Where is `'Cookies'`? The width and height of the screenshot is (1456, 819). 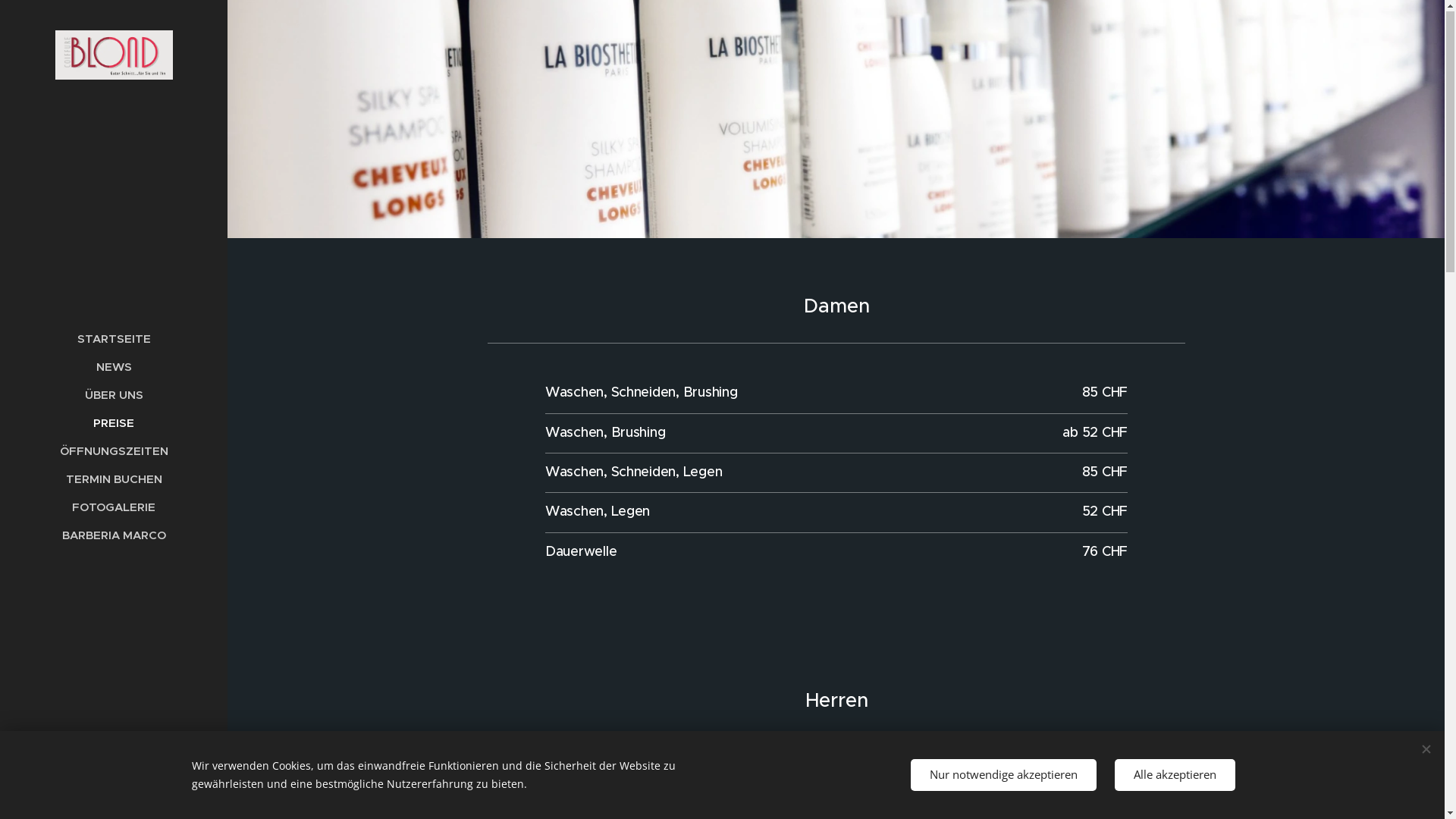 'Cookies' is located at coordinates (112, 795).